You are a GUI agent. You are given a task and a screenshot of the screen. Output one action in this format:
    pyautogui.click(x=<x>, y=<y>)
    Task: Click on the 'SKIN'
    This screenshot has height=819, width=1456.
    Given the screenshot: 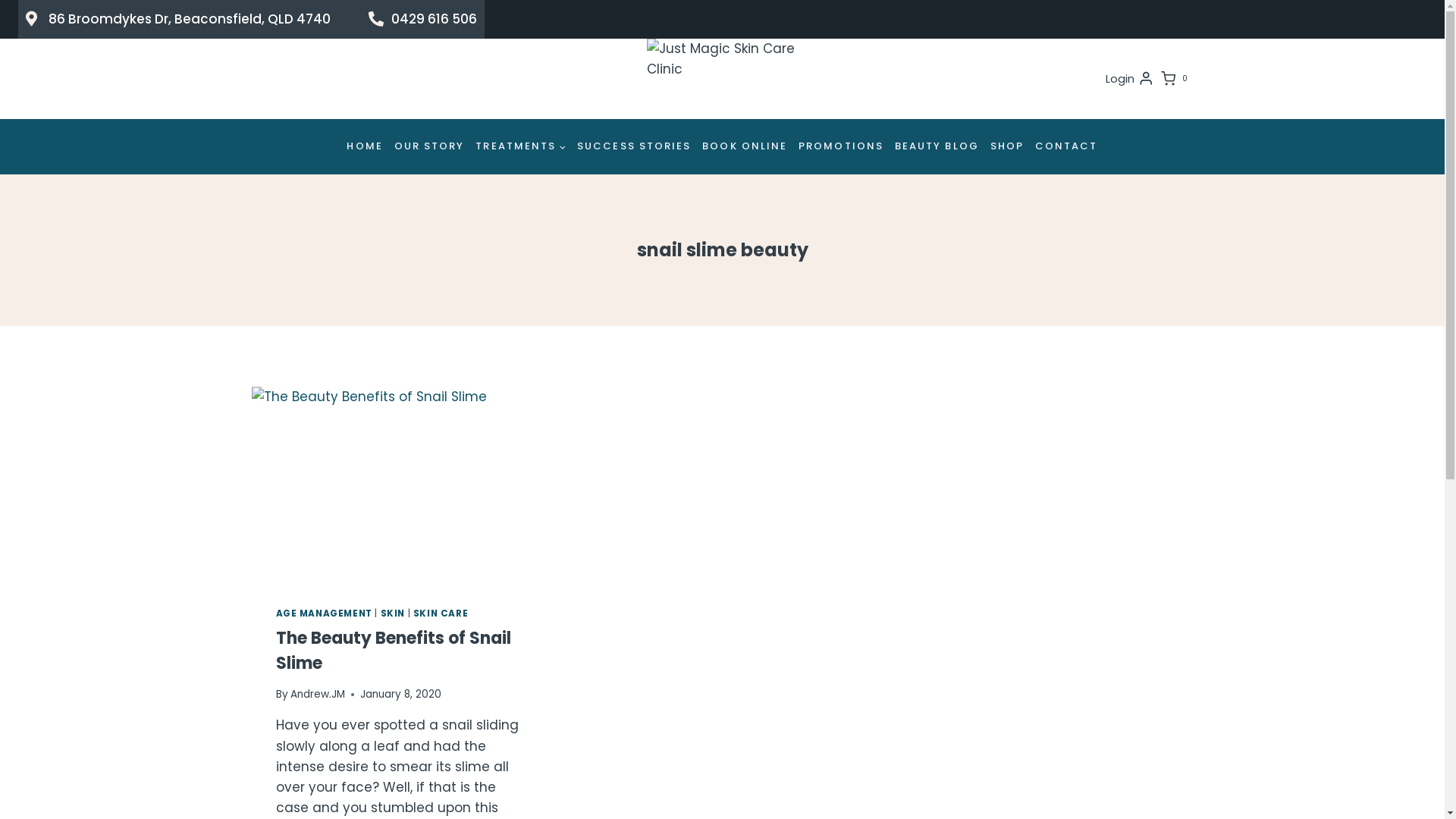 What is the action you would take?
    pyautogui.click(x=393, y=613)
    